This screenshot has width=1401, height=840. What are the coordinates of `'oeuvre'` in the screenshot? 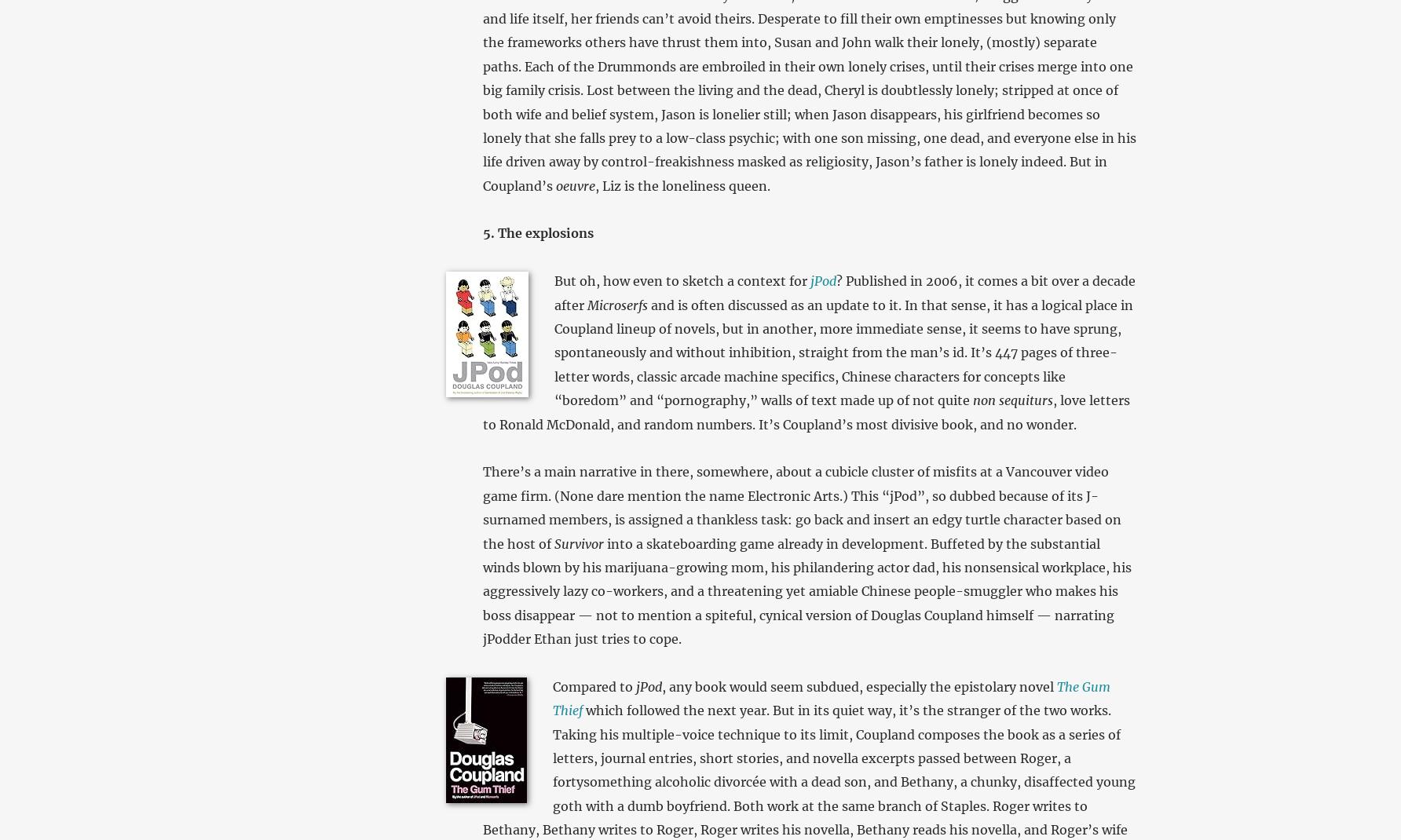 It's located at (574, 184).